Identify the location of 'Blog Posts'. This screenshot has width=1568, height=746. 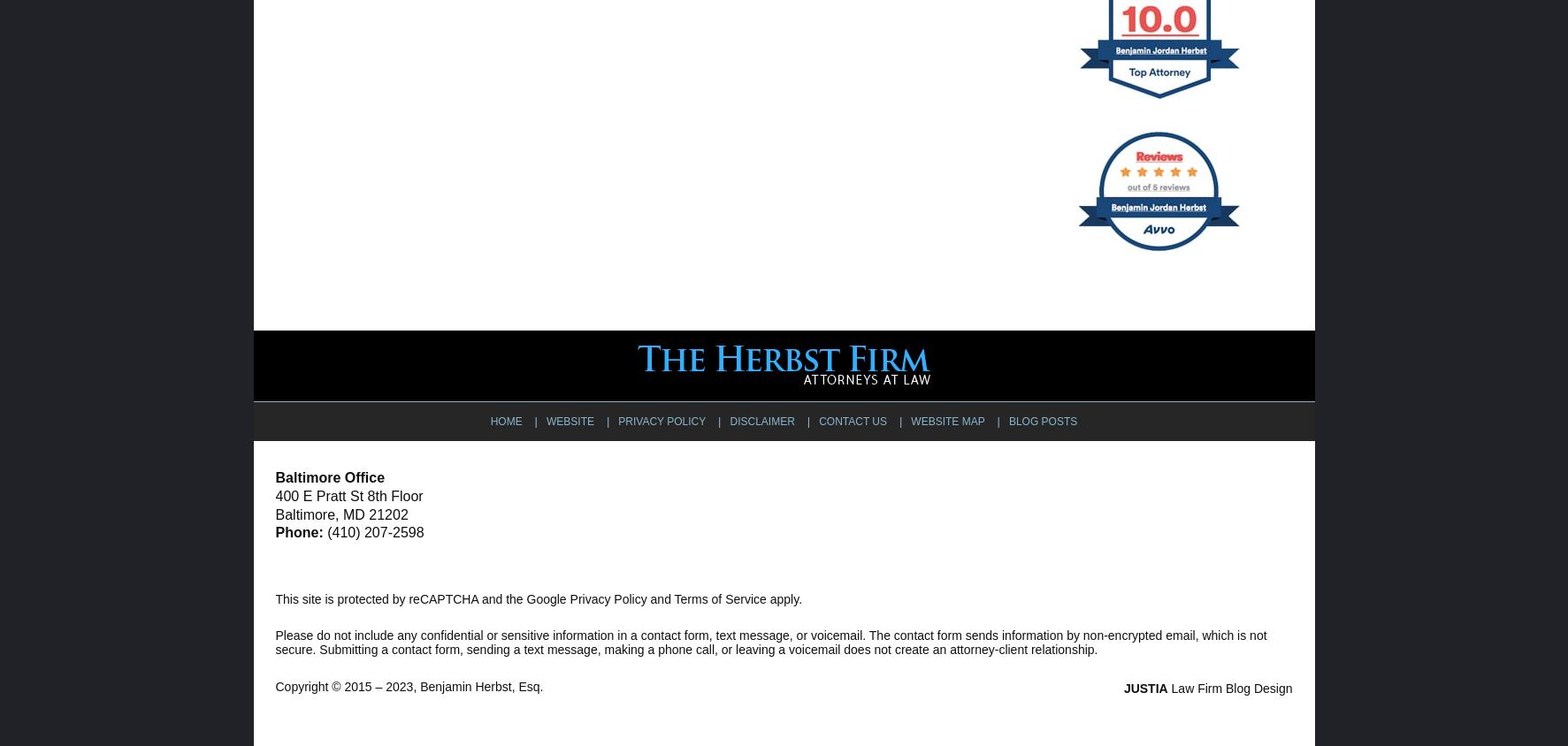
(1043, 420).